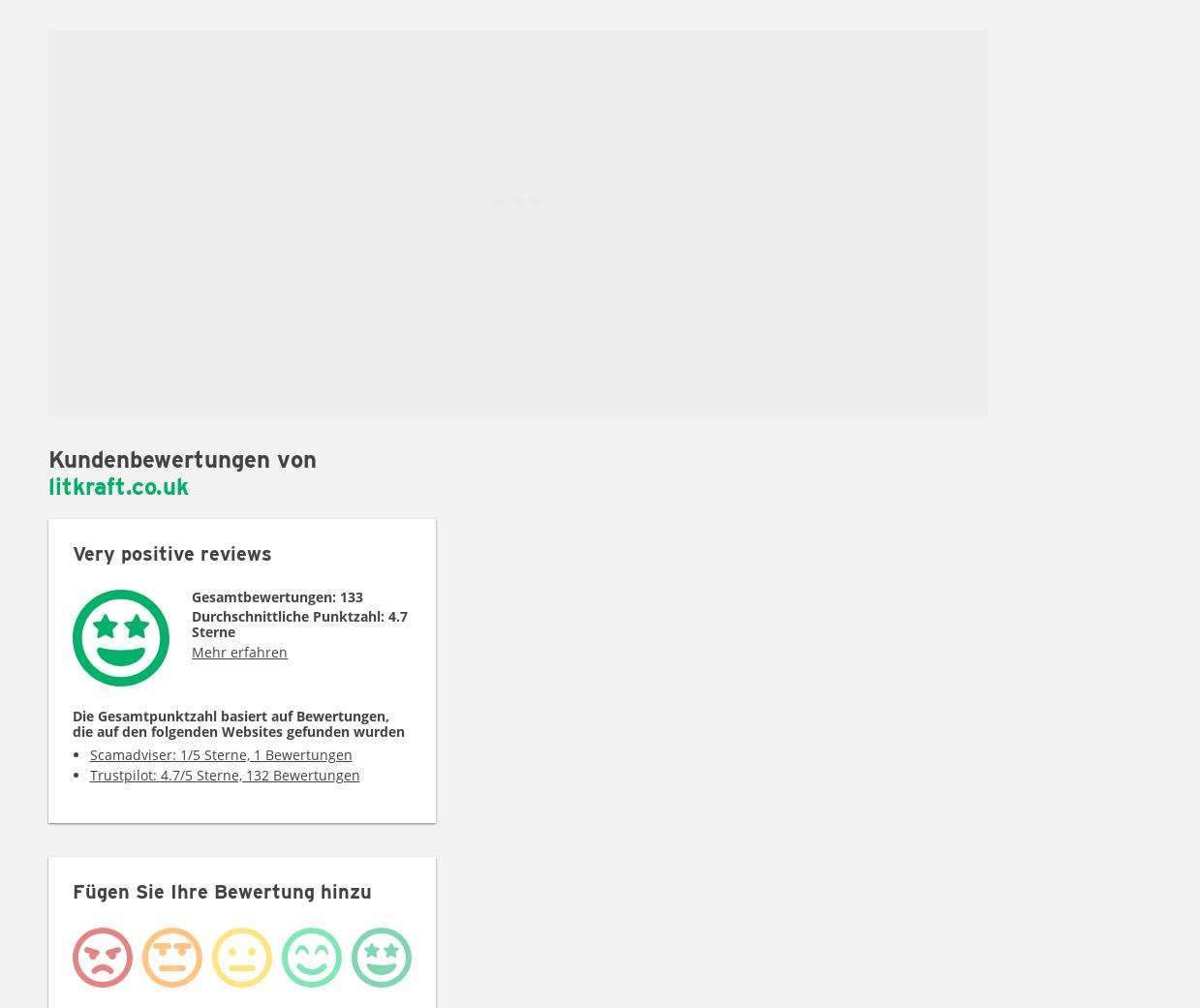 This screenshot has width=1200, height=1008. I want to click on 'Durchschnittliche Punktzahl: 4.7 Sterne', so click(299, 623).